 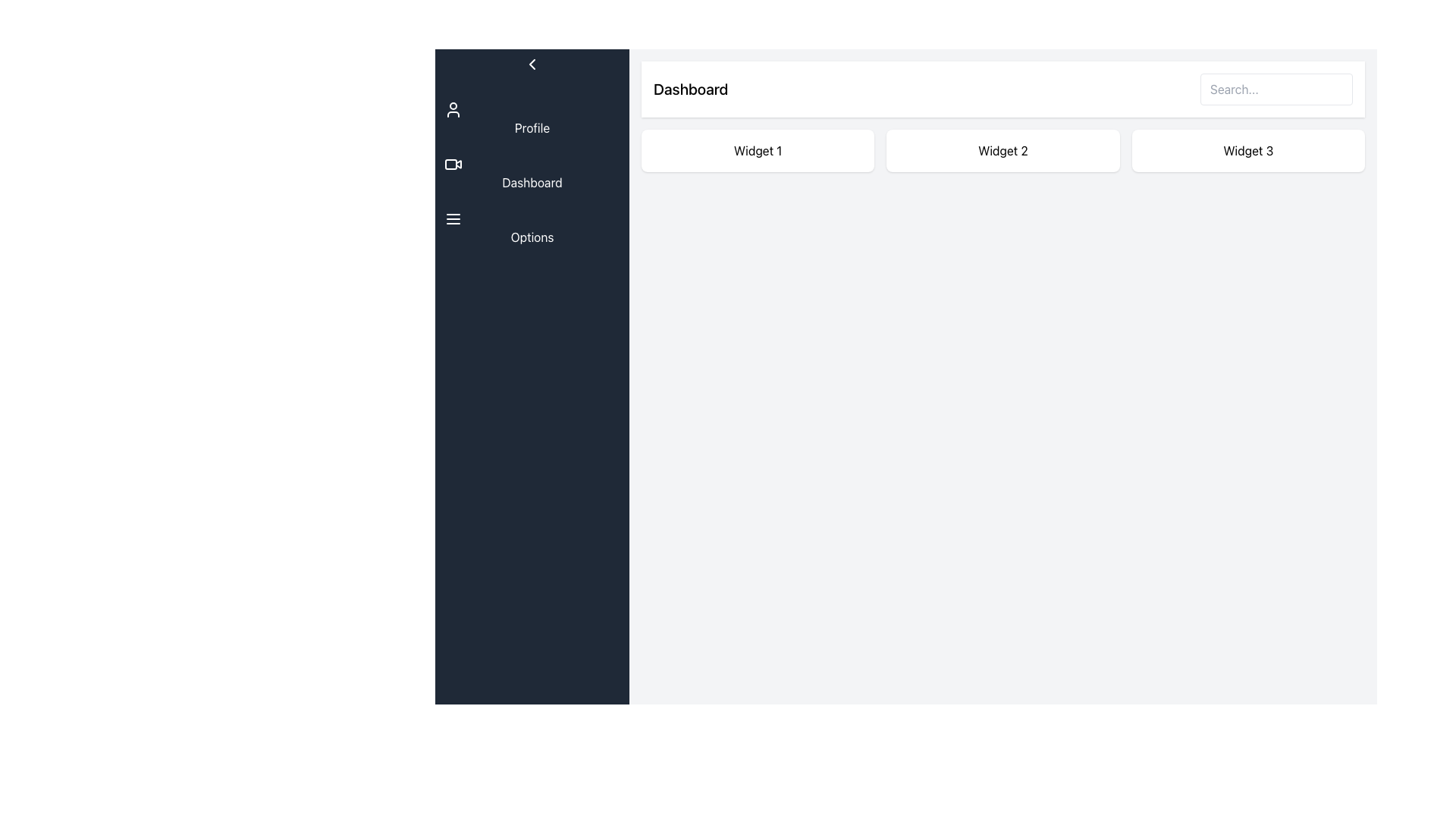 What do you see at coordinates (532, 127) in the screenshot?
I see `the 'Profile' text label in the sidebar menu` at bounding box center [532, 127].